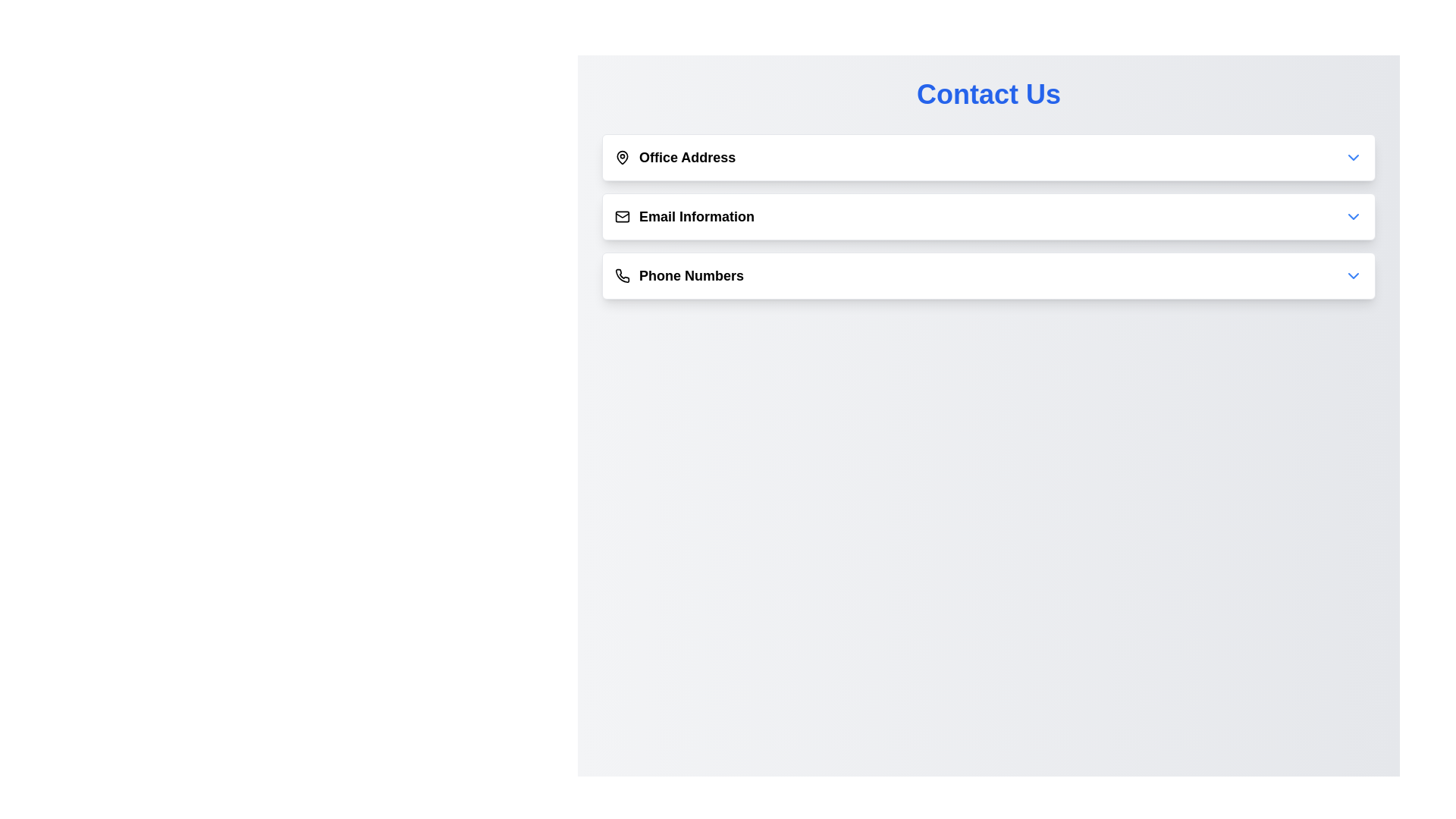 This screenshot has height=819, width=1456. I want to click on the decorative graphic element within the mail icon that is styled as an envelope, so click(622, 216).